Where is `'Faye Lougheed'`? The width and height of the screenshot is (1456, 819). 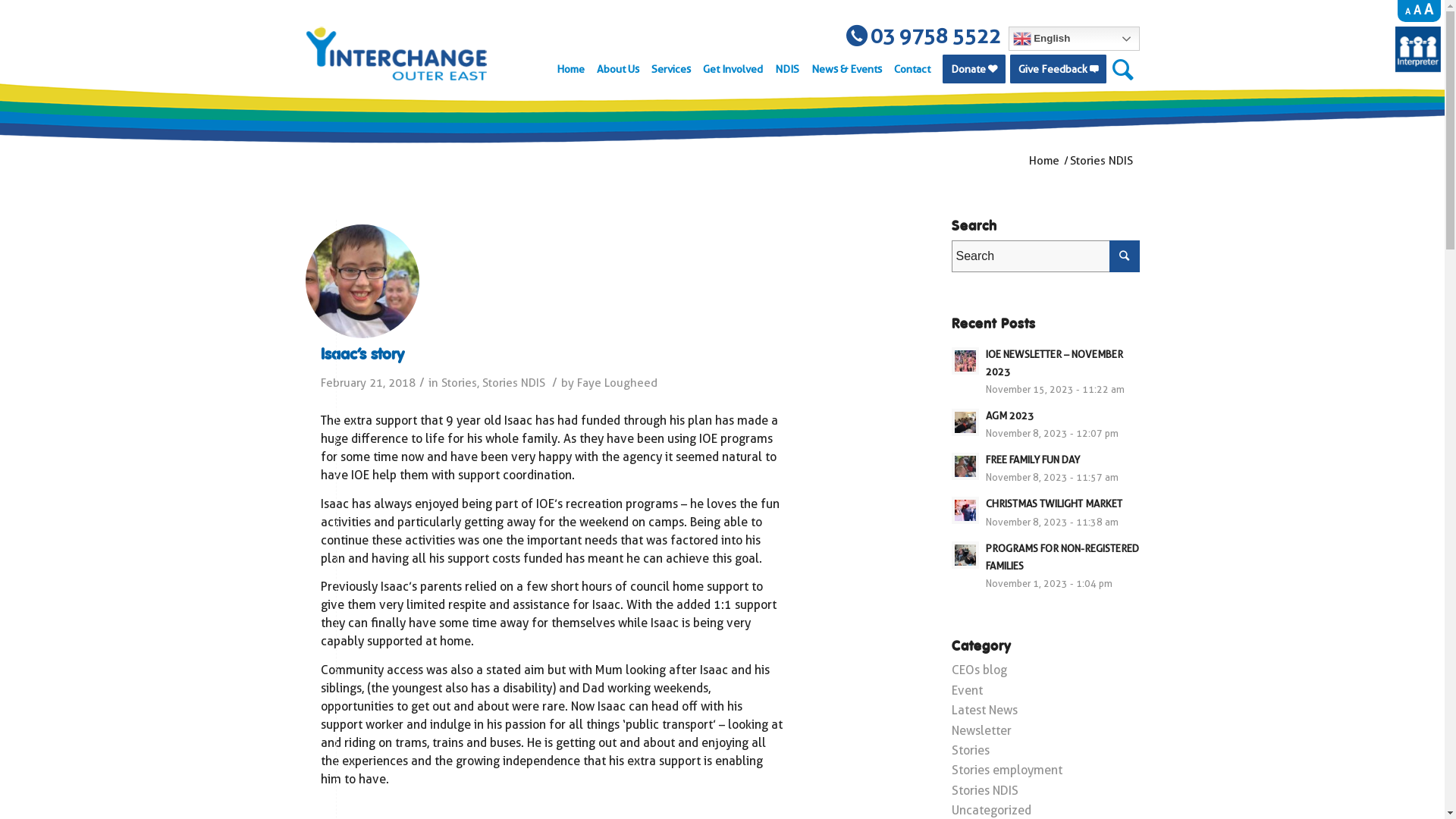
'Faye Lougheed' is located at coordinates (616, 382).